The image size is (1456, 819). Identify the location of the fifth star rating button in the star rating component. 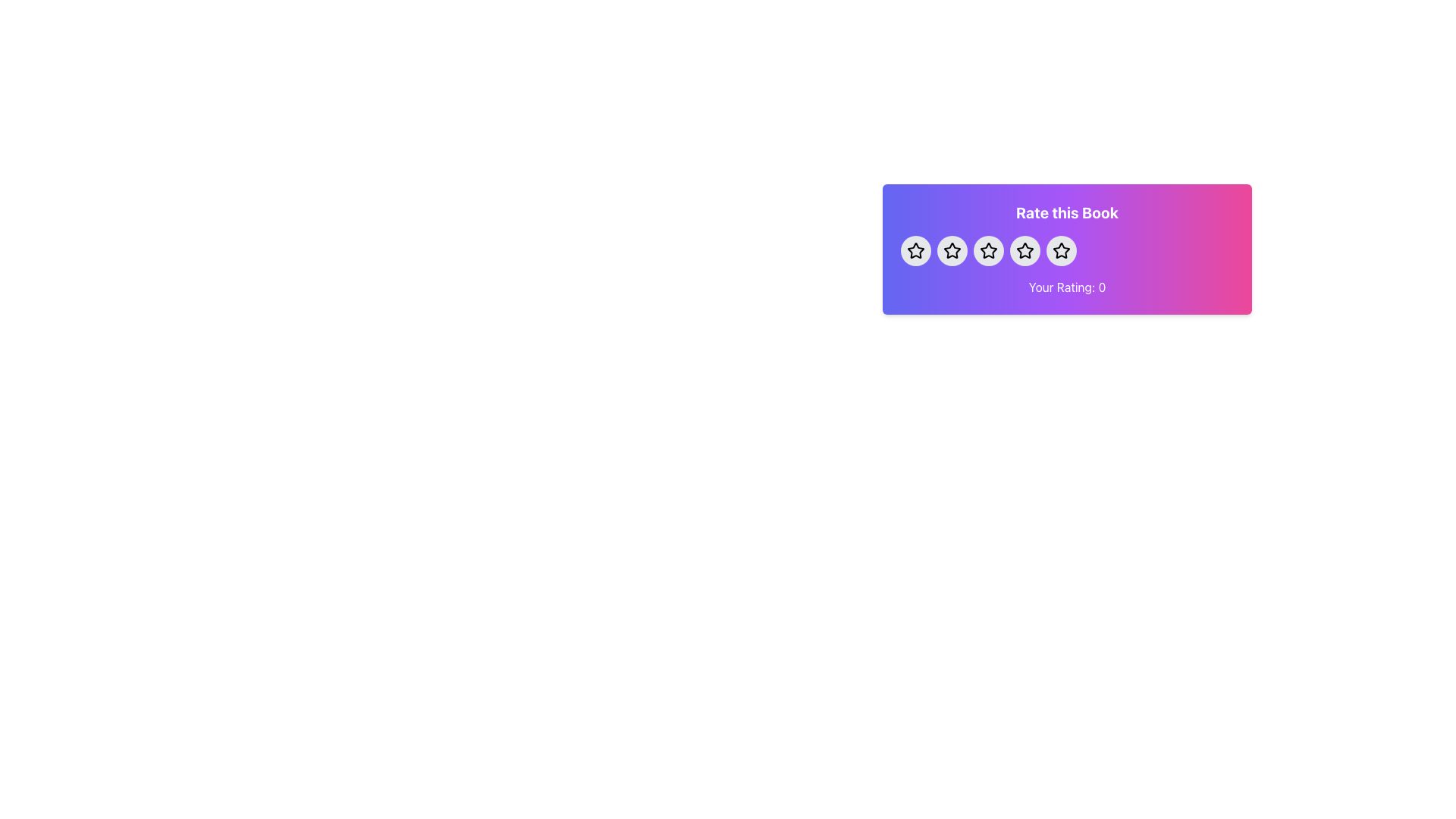
(1061, 250).